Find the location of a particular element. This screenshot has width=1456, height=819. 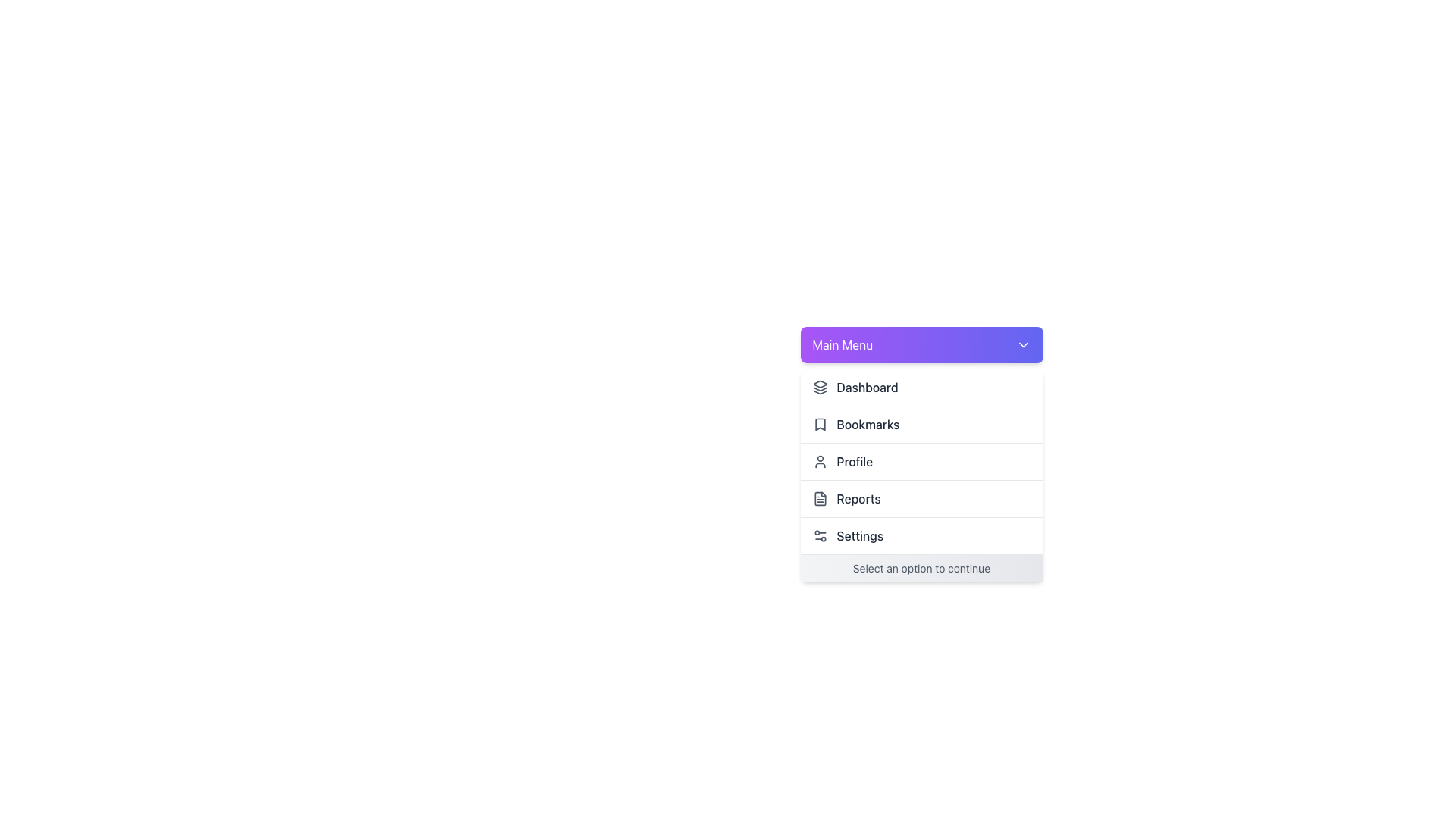

the Dashboard icon located in the first row of the Main Menu, which is directly to the left of the text label 'Dashboard' is located at coordinates (819, 386).